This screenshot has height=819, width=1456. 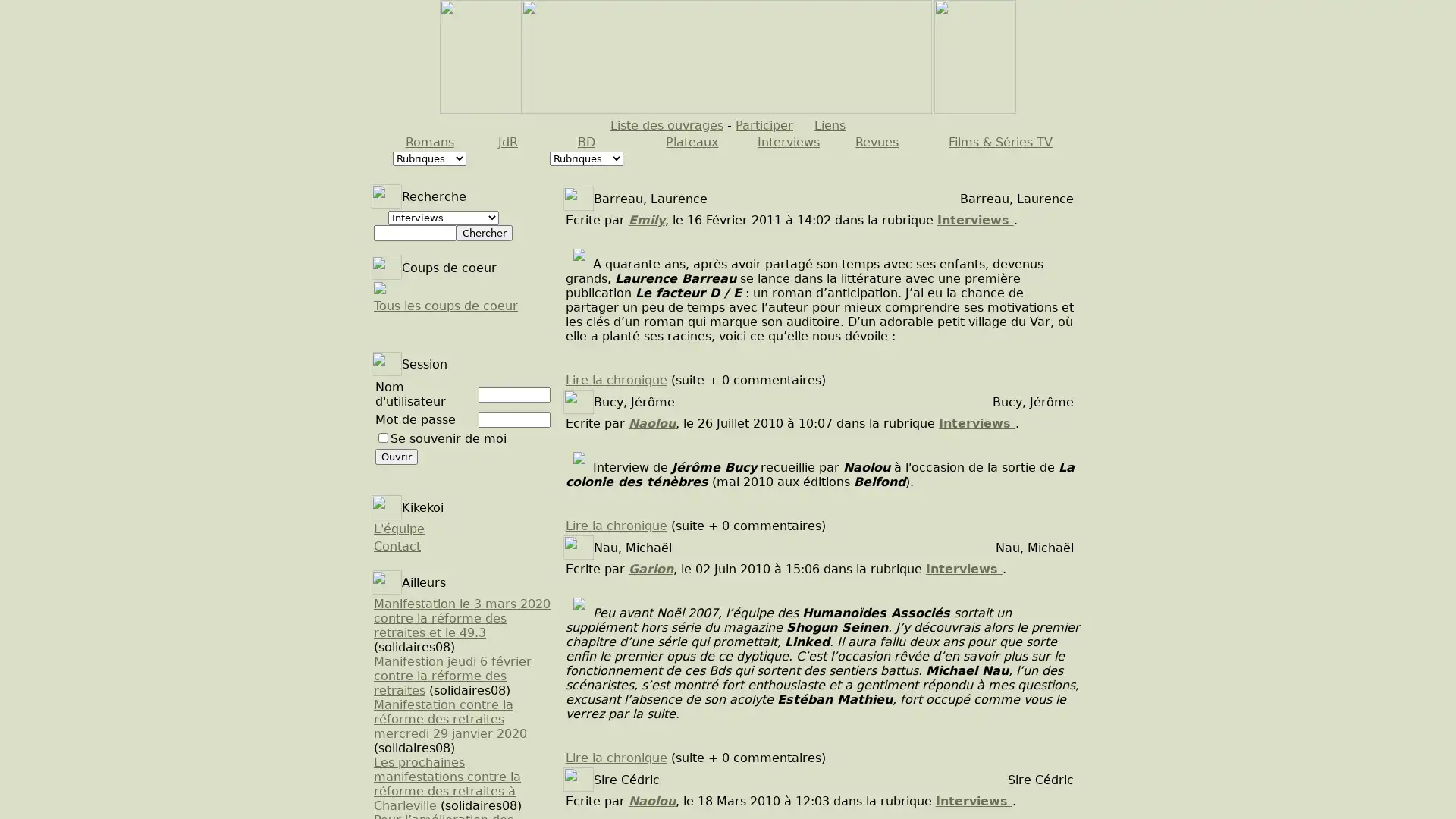 I want to click on Ouvrir, so click(x=397, y=456).